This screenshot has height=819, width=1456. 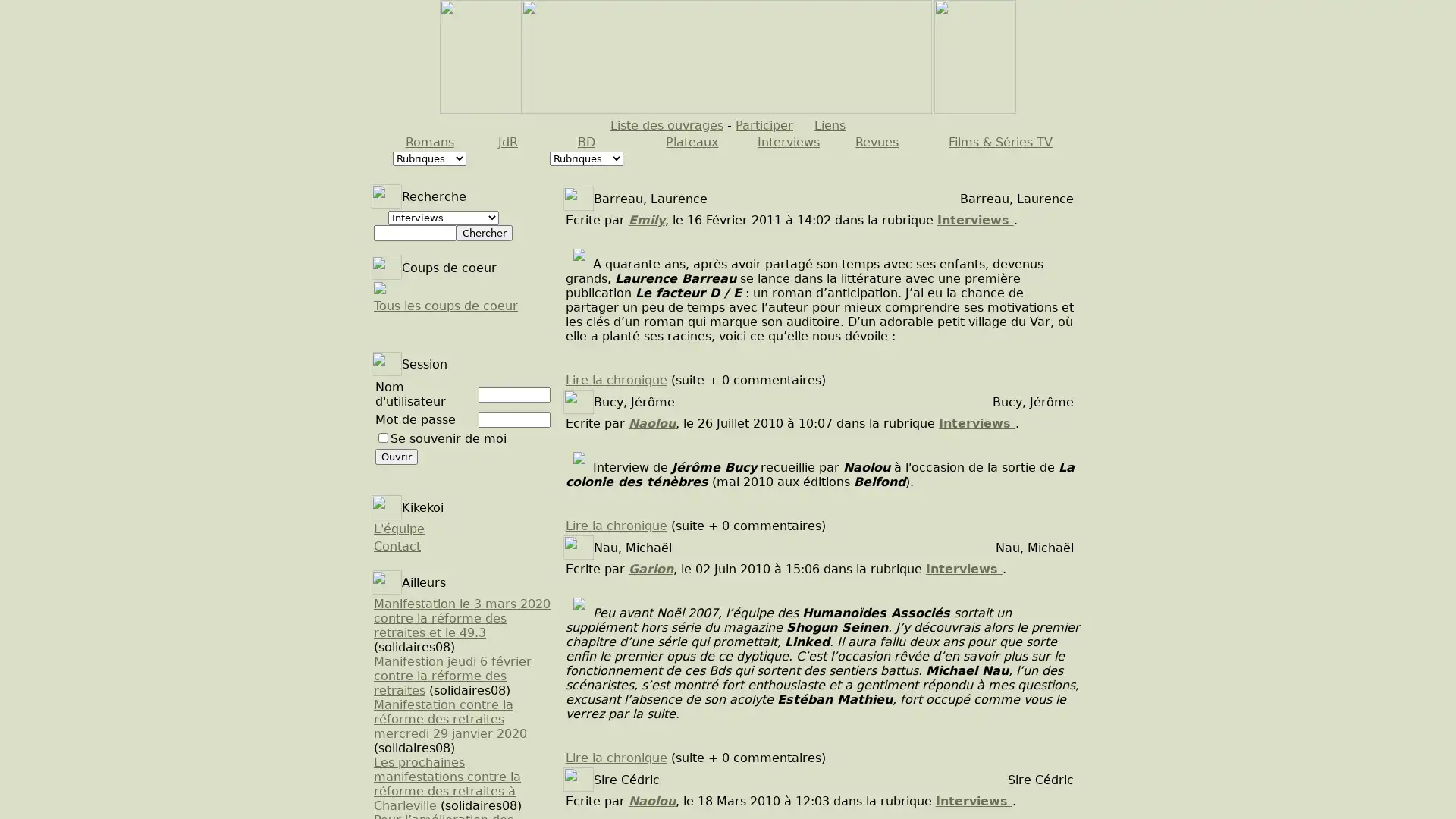 I want to click on Ouvrir, so click(x=397, y=456).